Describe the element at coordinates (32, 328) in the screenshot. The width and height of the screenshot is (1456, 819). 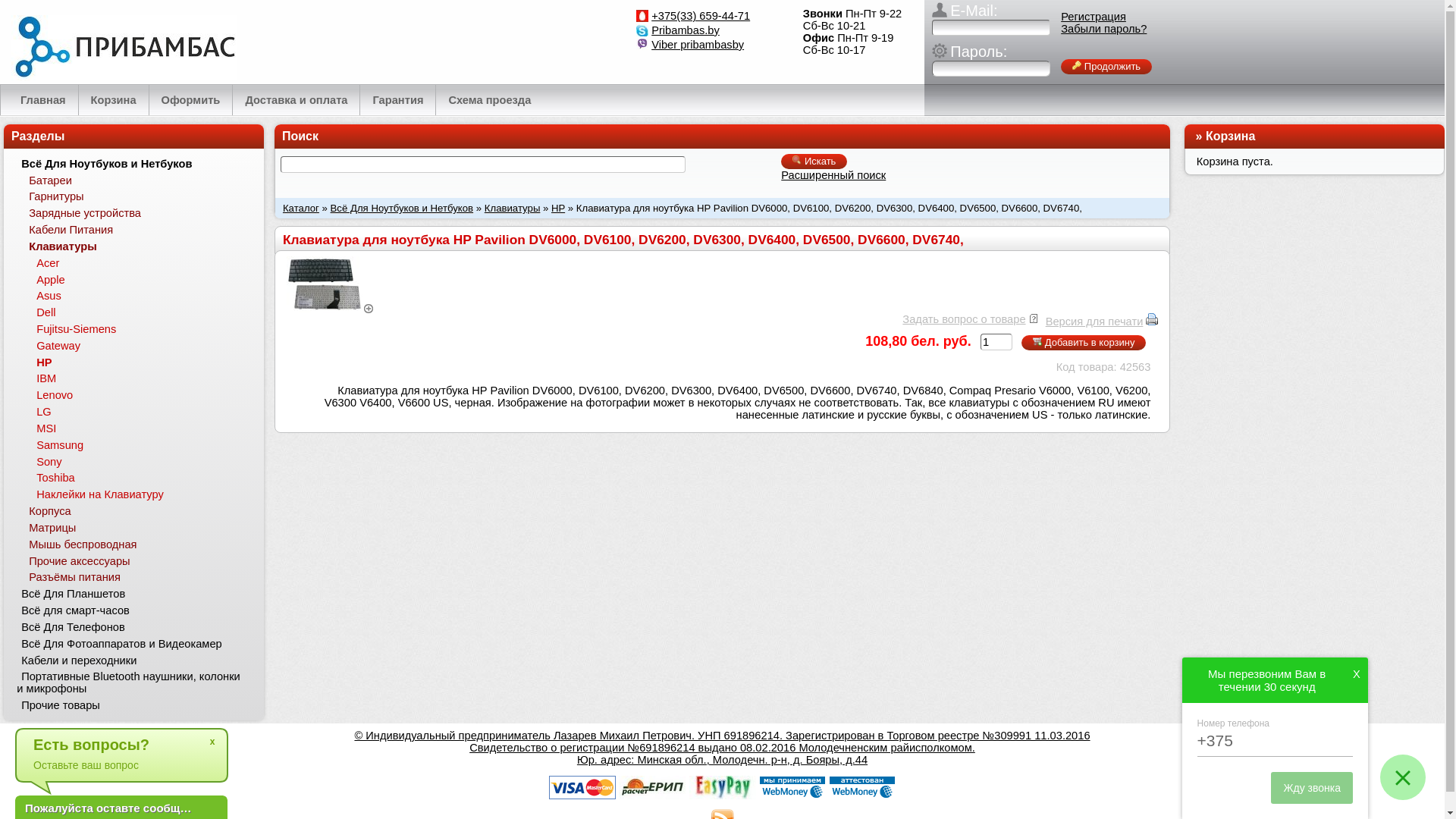
I see `'Fujitsu-Siemens'` at that location.